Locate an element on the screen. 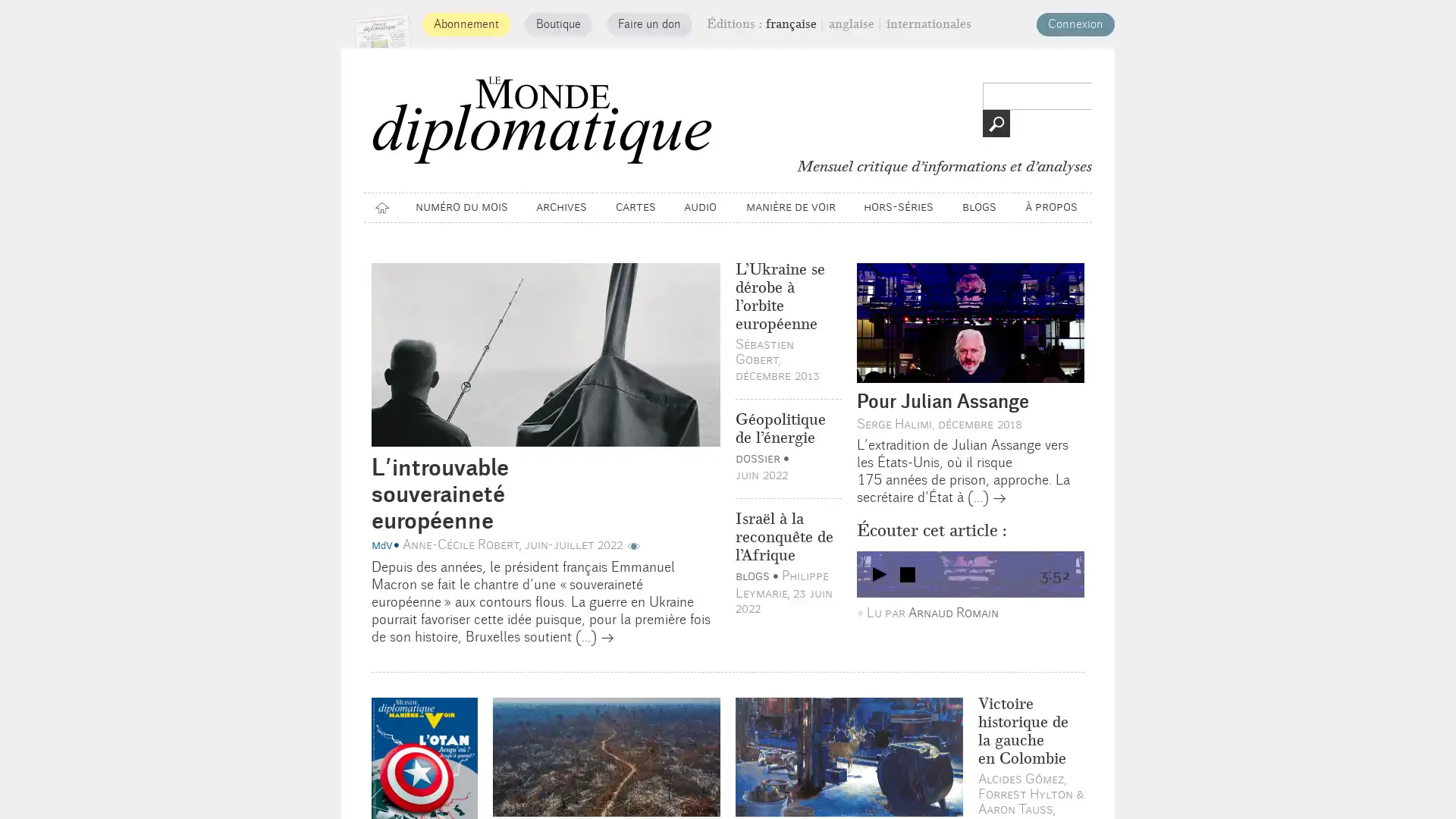  >> is located at coordinates (1077, 96).